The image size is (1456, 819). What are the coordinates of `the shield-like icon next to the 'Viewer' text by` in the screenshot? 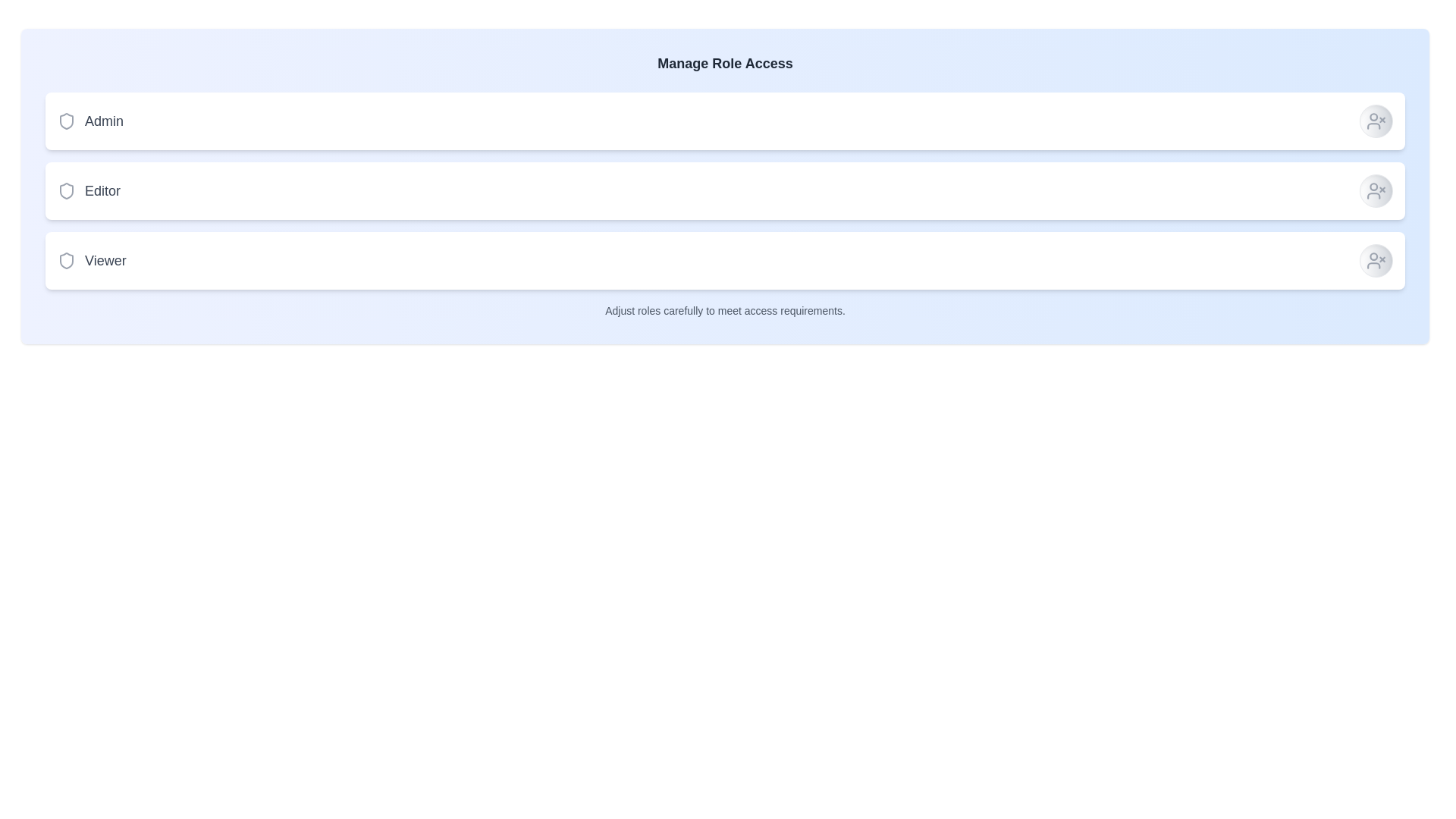 It's located at (65, 259).